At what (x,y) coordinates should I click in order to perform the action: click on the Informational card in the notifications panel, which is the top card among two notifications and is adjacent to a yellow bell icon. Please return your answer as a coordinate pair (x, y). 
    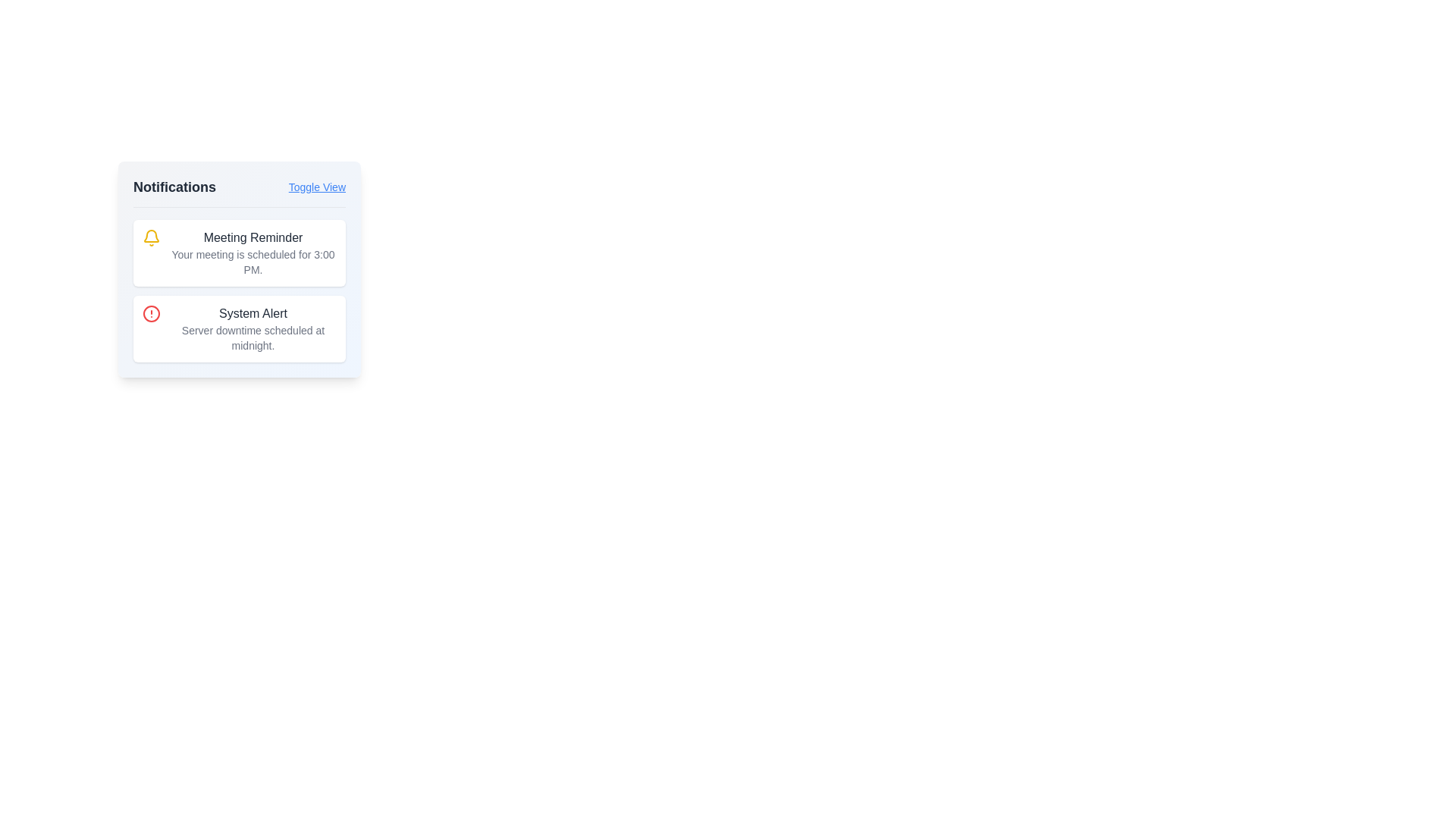
    Looking at the image, I should click on (253, 253).